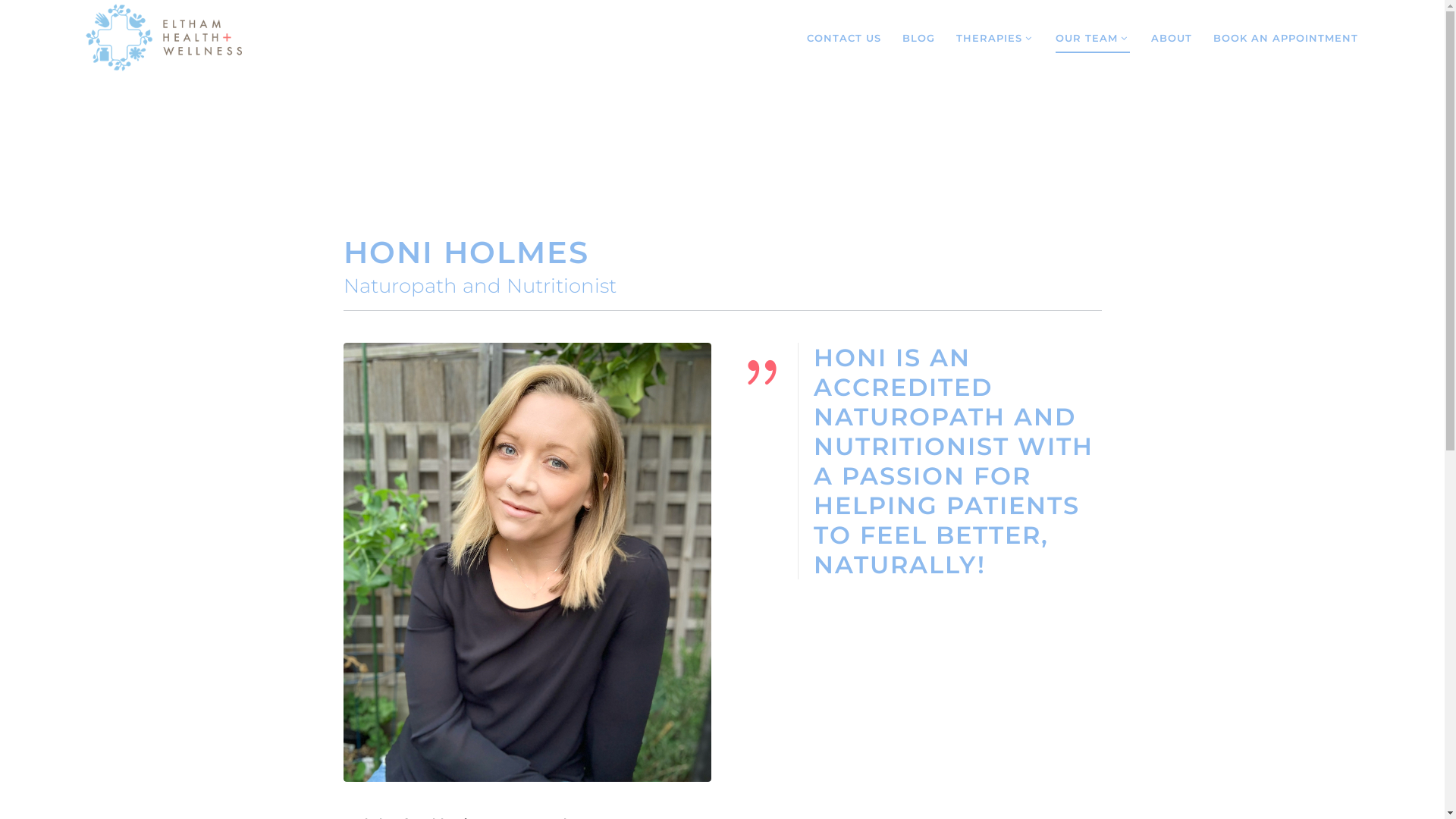 This screenshot has width=1456, height=819. Describe the element at coordinates (1092, 37) in the screenshot. I see `'OUR TEAM'` at that location.